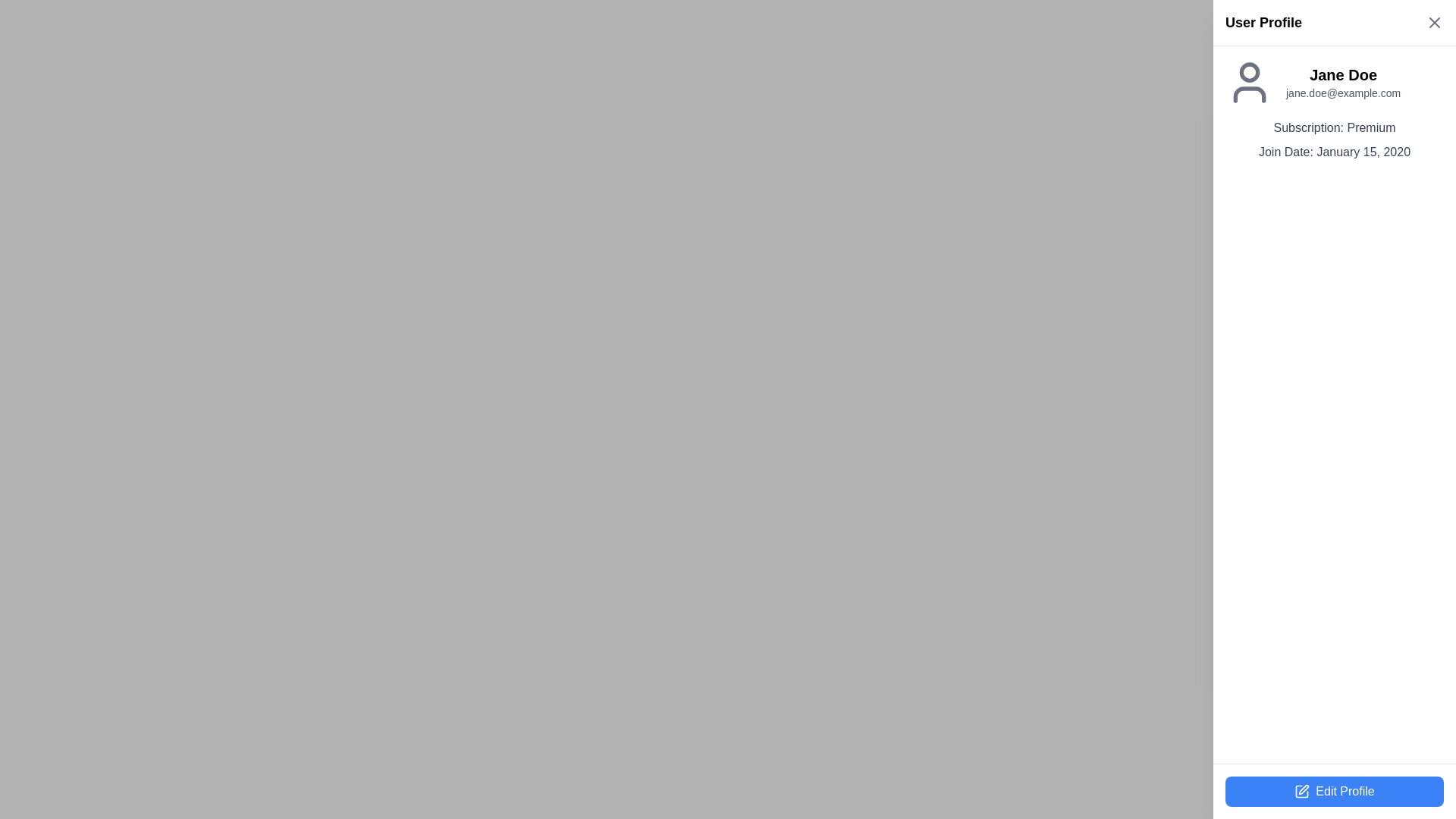 The height and width of the screenshot is (819, 1456). Describe the element at coordinates (1433, 23) in the screenshot. I see `the 'X' icon button in the top right corner of the 'User Profile' header` at that location.